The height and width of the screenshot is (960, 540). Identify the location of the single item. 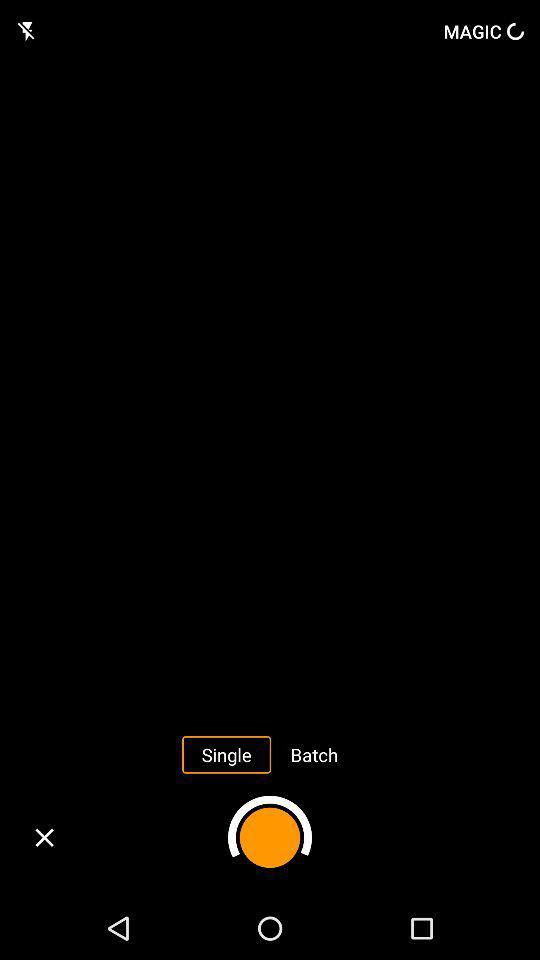
(225, 753).